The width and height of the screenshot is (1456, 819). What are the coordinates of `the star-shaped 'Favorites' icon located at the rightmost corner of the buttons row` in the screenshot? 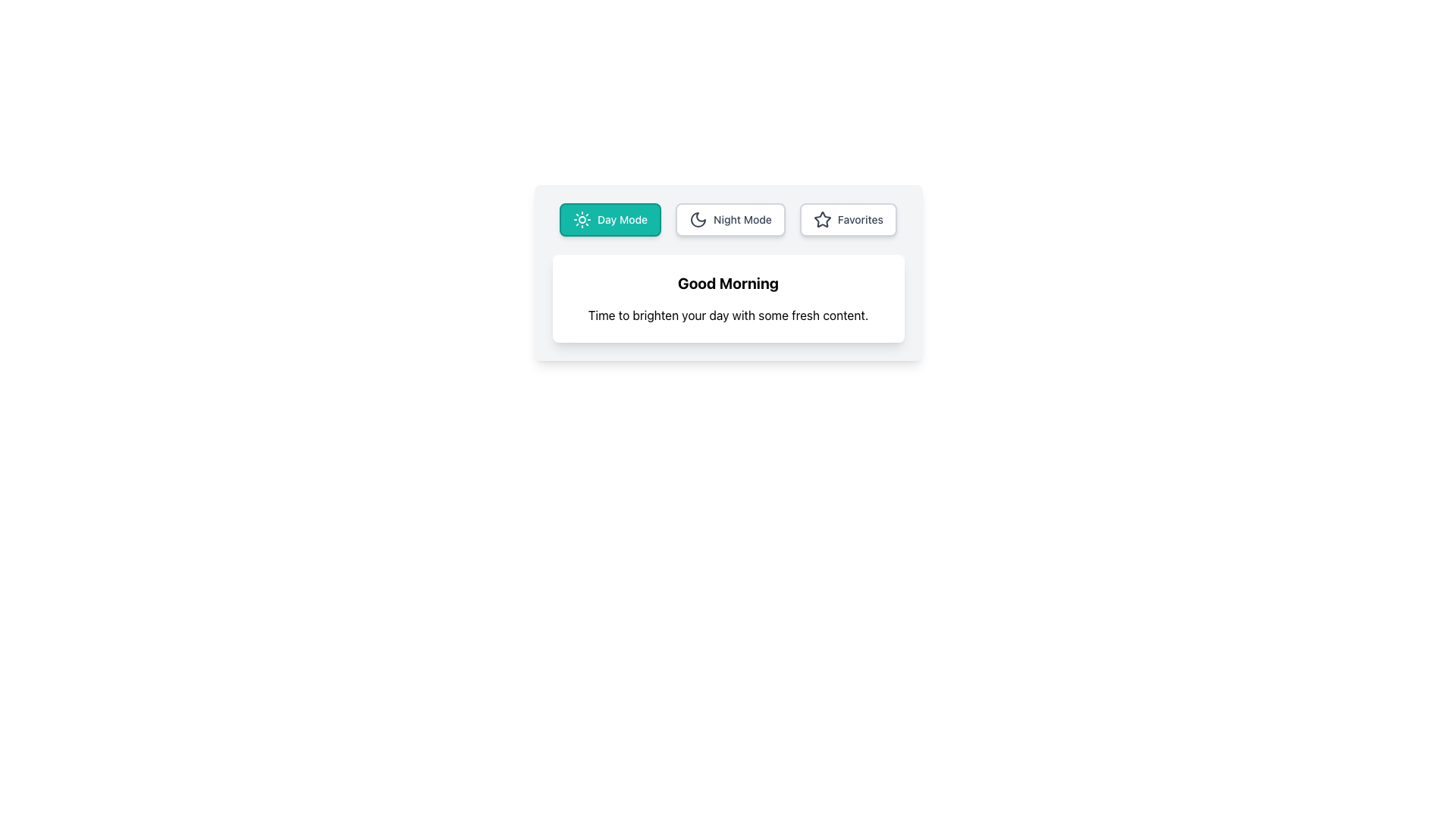 It's located at (821, 219).